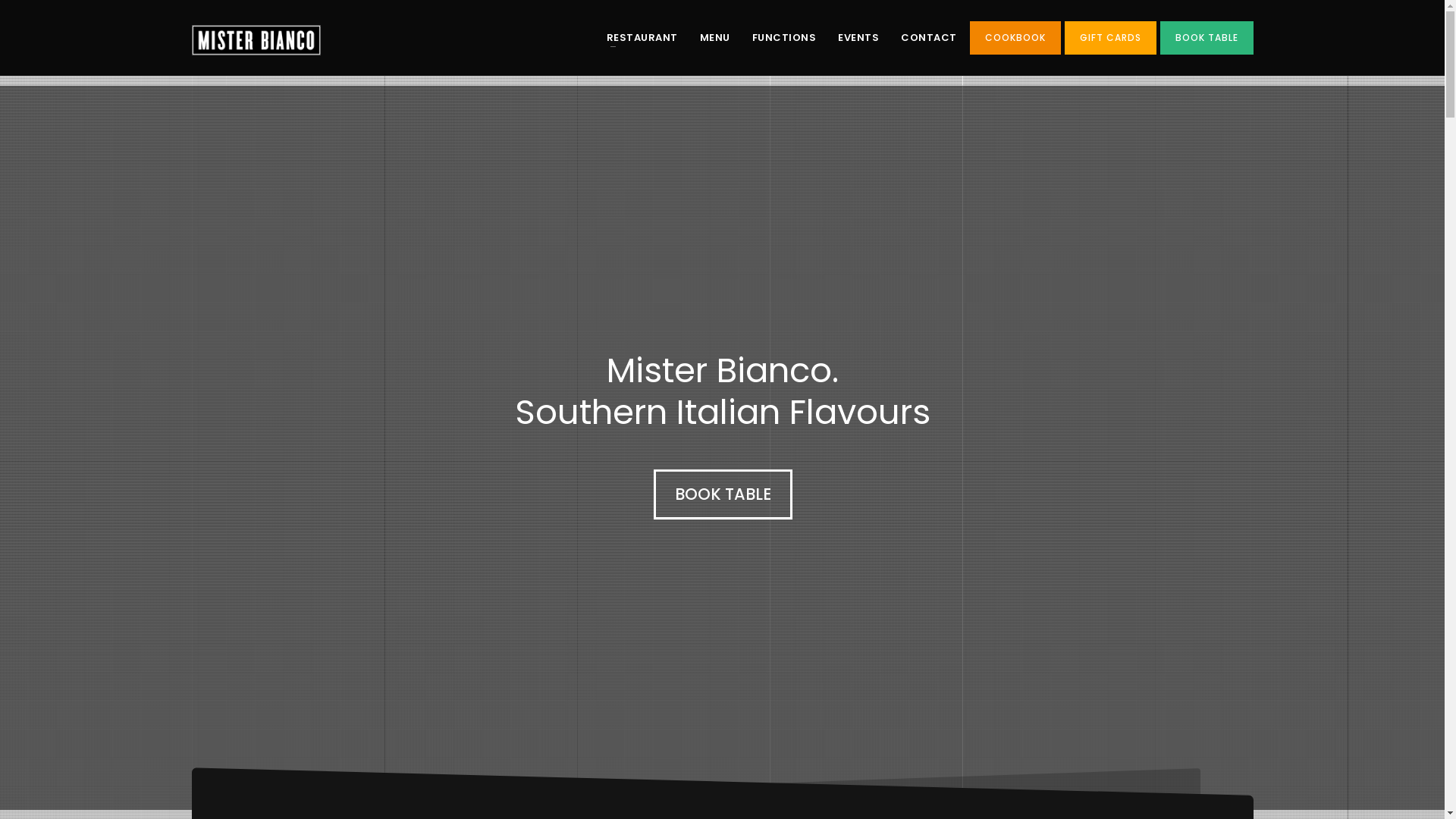  Describe the element at coordinates (1110, 37) in the screenshot. I see `'GIFT CARDS'` at that location.